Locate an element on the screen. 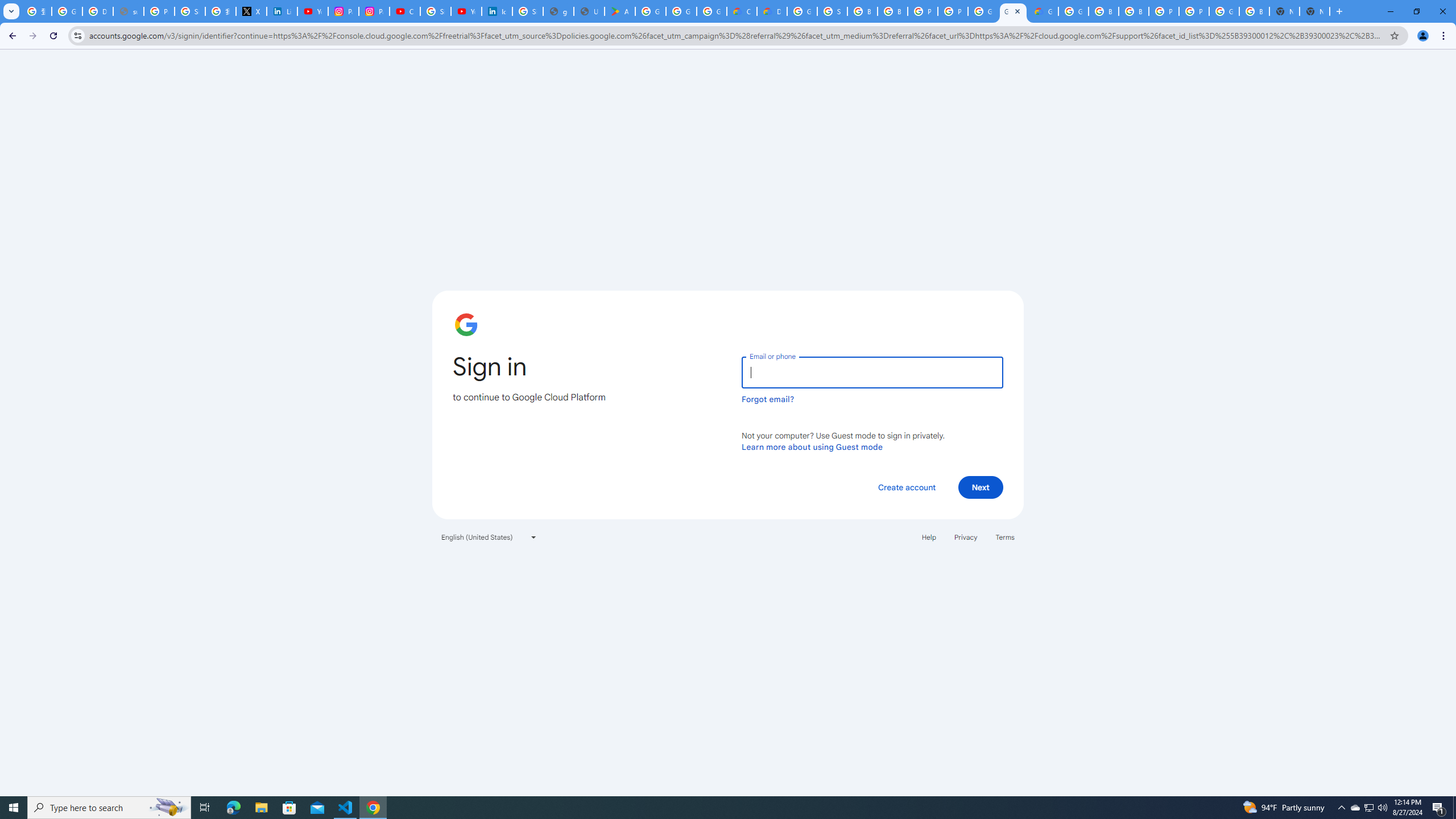 Image resolution: width=1456 pixels, height=819 pixels. 'Android Apps on Google Play' is located at coordinates (619, 11).